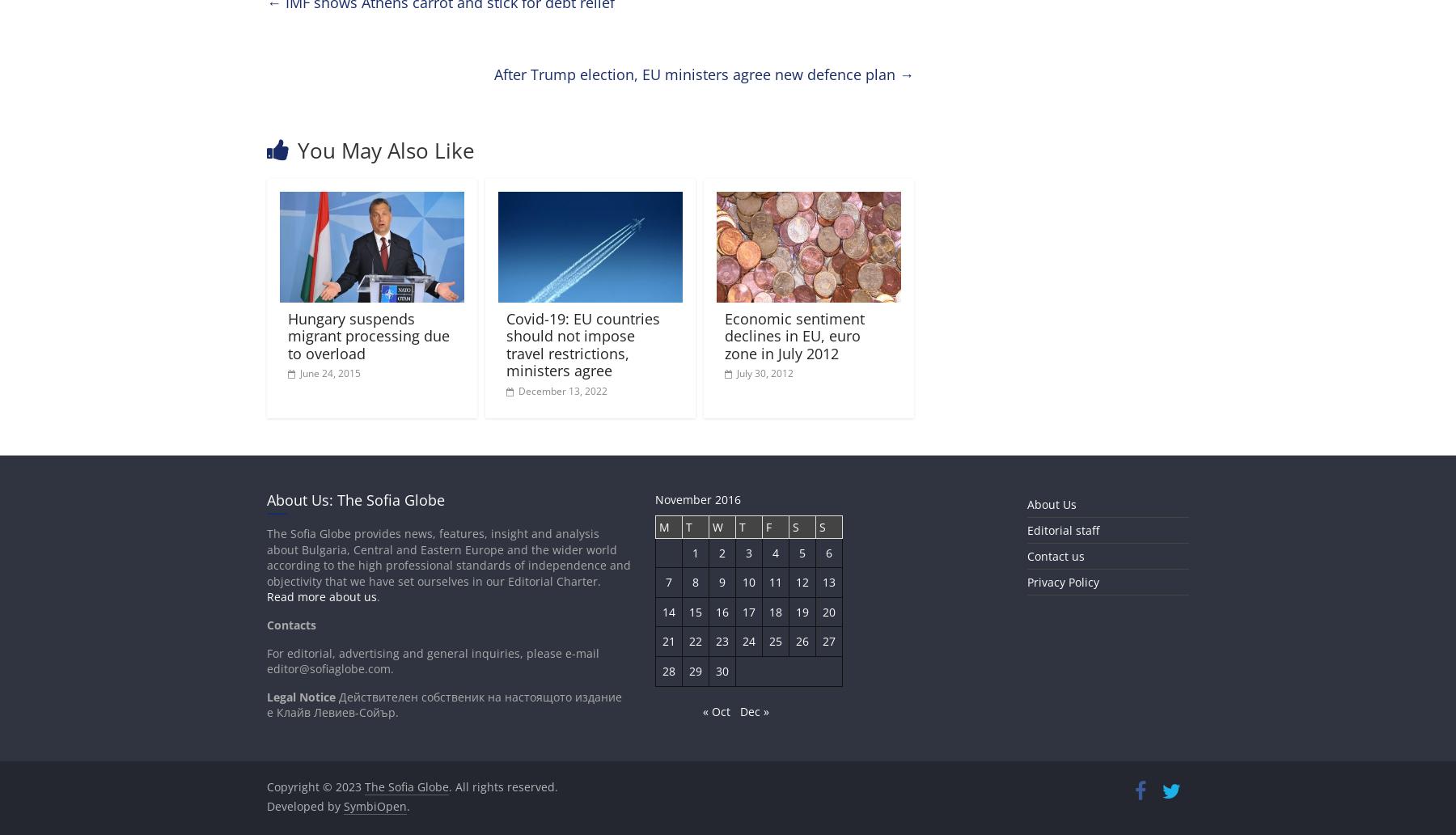 Image resolution: width=1456 pixels, height=835 pixels. I want to click on '13', so click(828, 581).